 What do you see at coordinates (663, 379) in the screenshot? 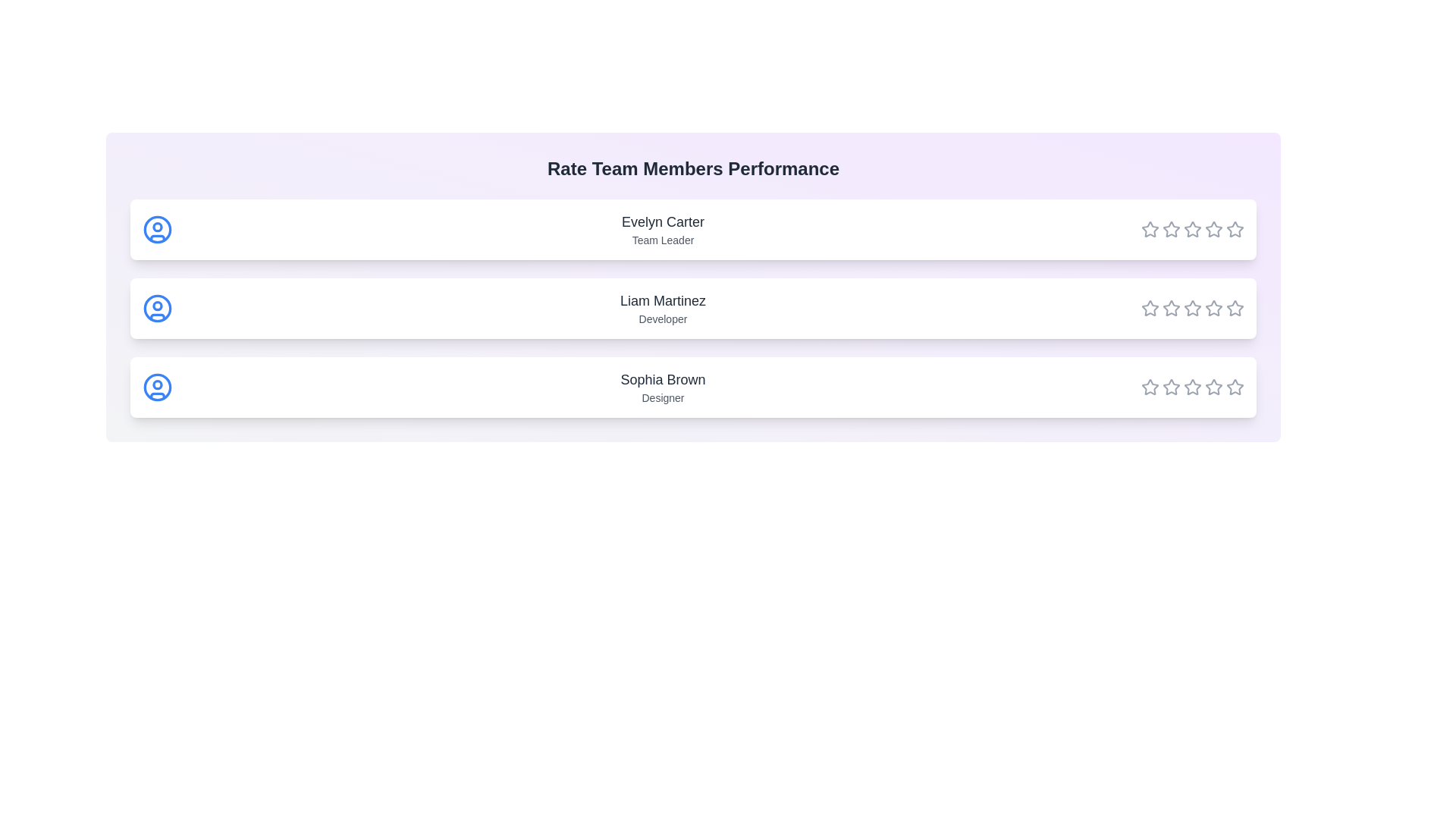
I see `the name of the team member Sophia Brown to select or highlight it` at bounding box center [663, 379].